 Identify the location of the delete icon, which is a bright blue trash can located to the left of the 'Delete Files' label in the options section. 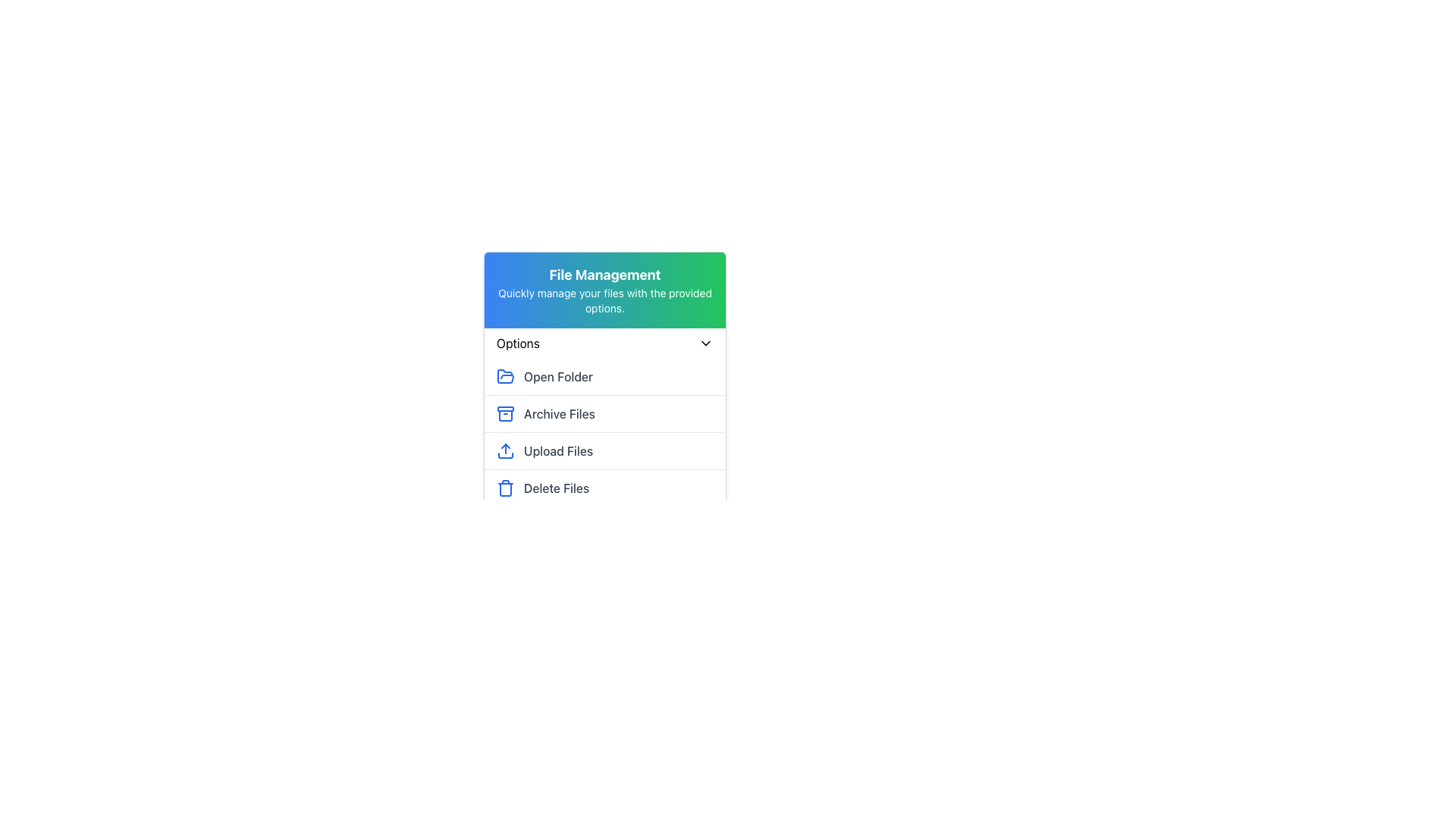
(506, 488).